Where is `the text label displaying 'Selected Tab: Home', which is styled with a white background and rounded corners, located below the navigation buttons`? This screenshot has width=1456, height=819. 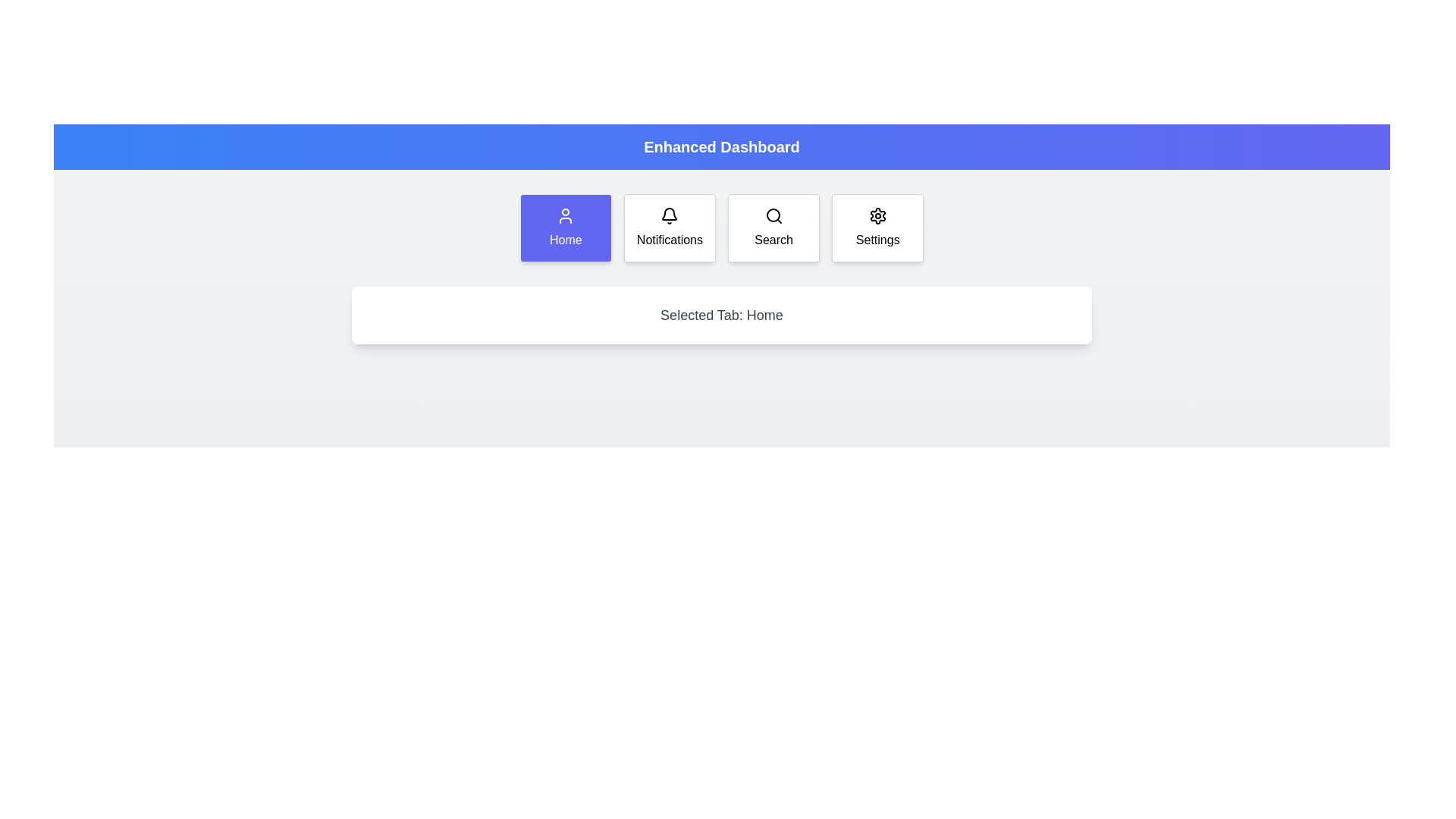 the text label displaying 'Selected Tab: Home', which is styled with a white background and rounded corners, located below the navigation buttons is located at coordinates (720, 315).